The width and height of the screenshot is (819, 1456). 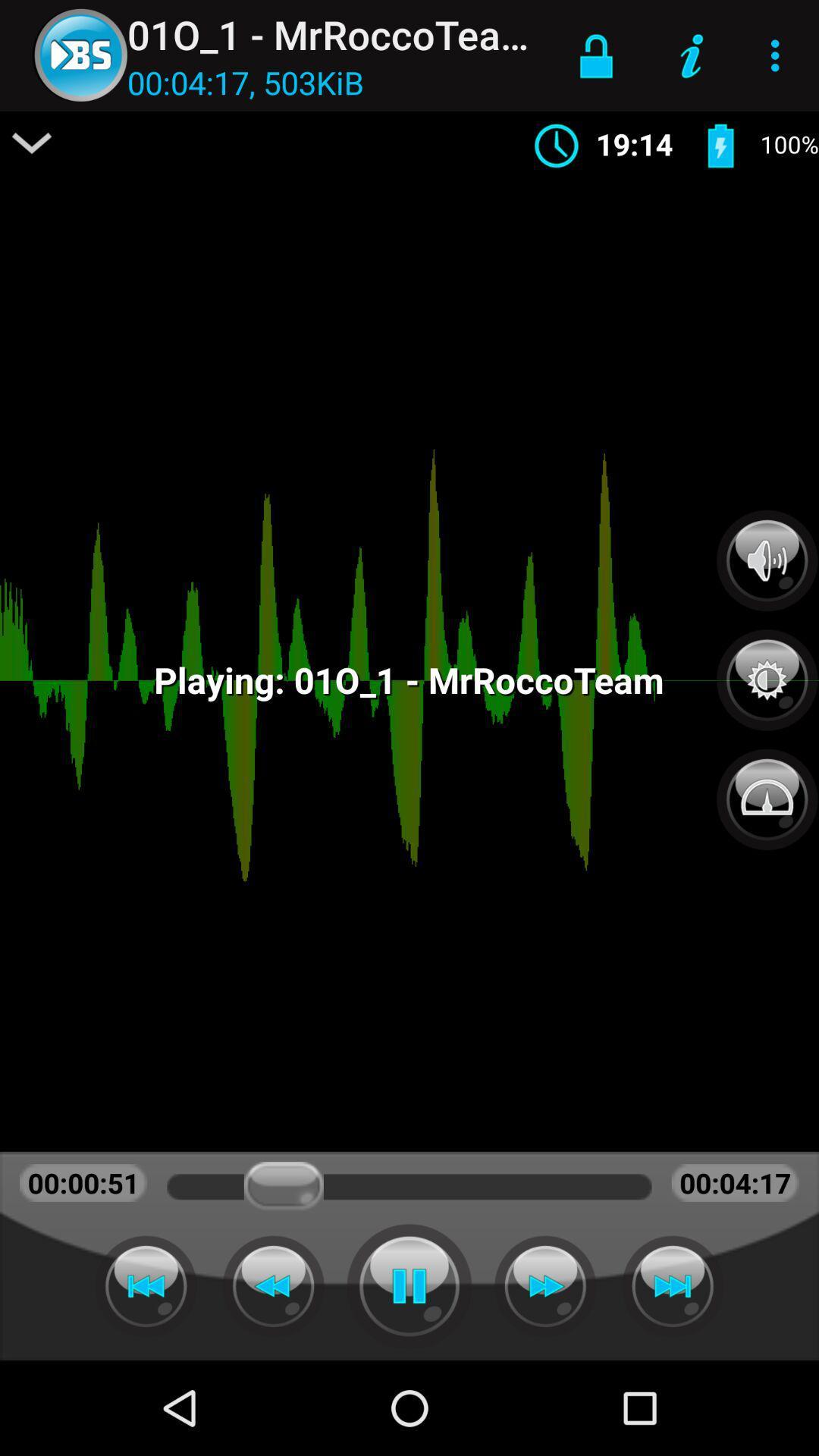 What do you see at coordinates (595, 55) in the screenshot?
I see `item to the right of 01o_1 - mrroccoteam app` at bounding box center [595, 55].